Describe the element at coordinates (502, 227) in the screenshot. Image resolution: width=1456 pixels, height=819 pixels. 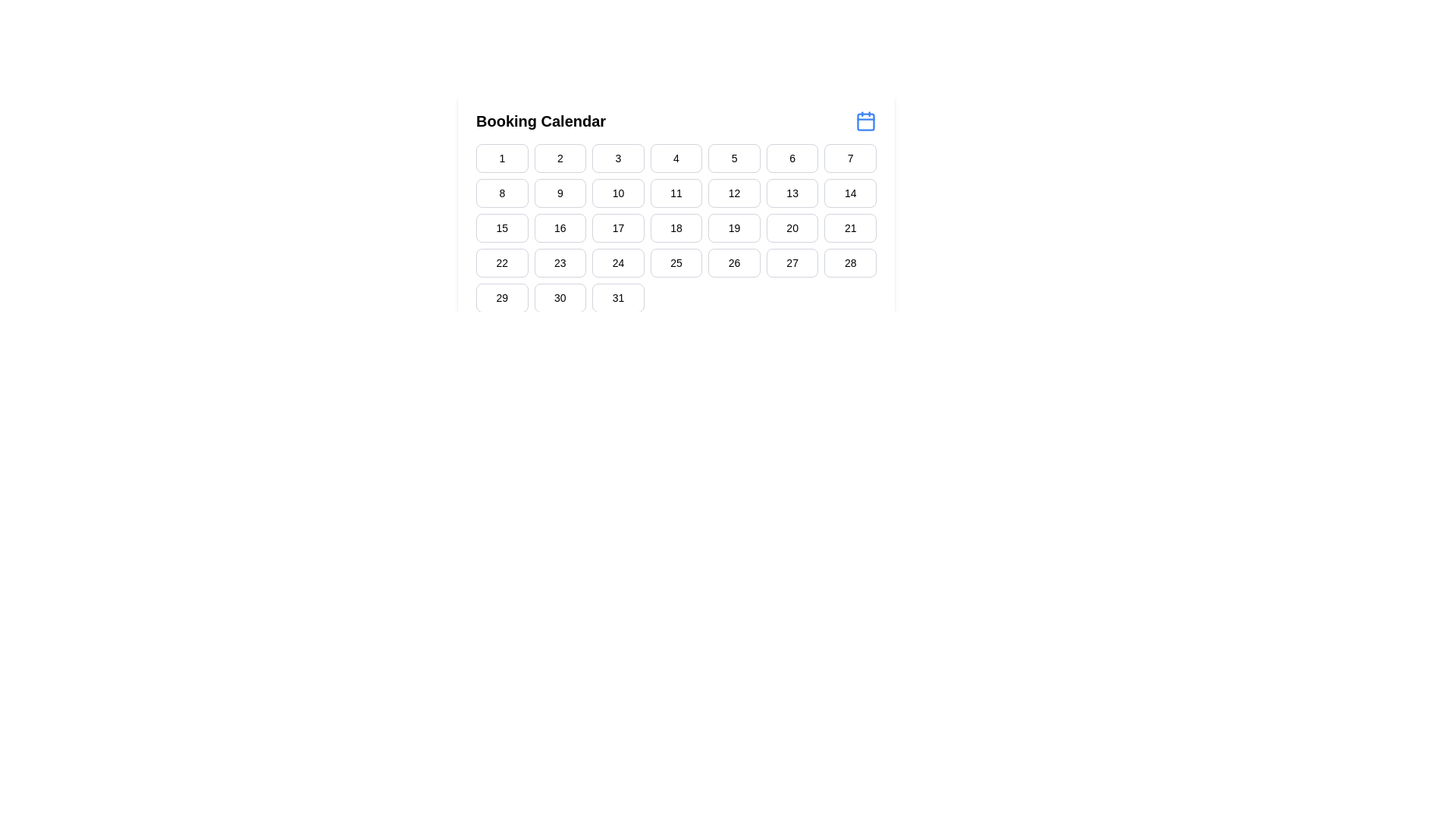
I see `the button representing the 15th day in the booking calendar` at that location.